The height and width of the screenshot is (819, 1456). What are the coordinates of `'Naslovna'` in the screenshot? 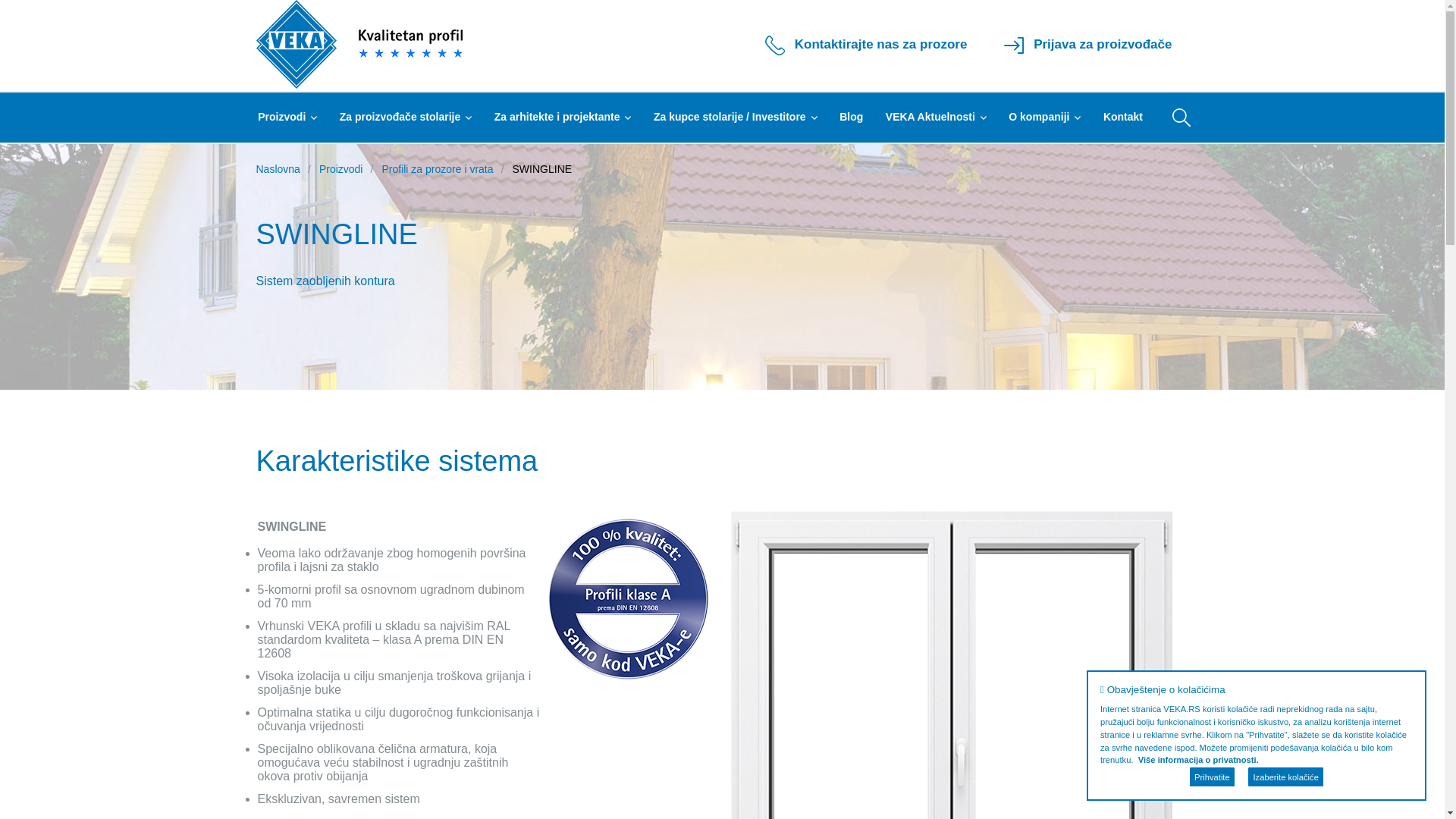 It's located at (278, 169).